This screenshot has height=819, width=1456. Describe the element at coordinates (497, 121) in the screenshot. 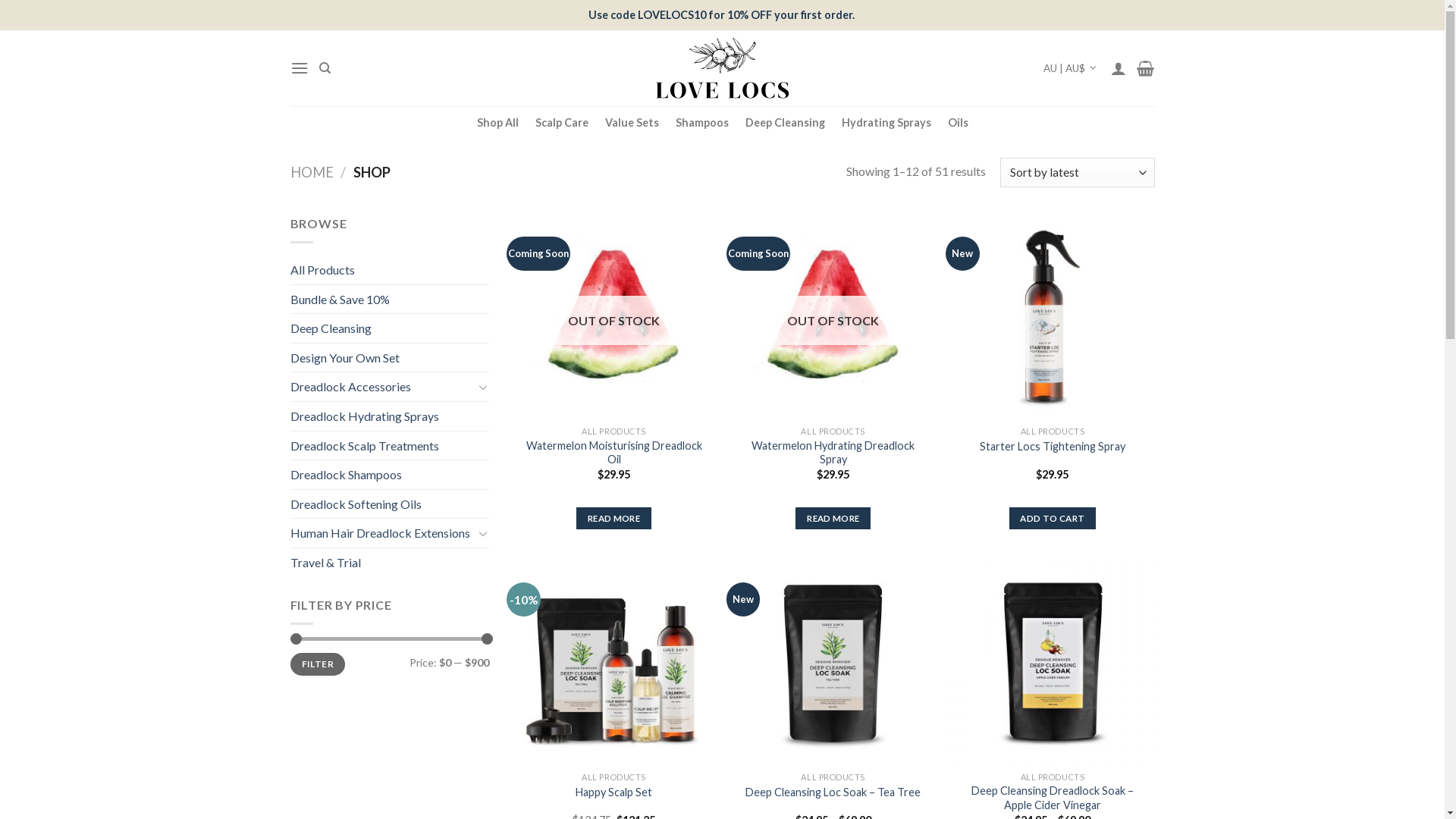

I see `'Shop All'` at that location.